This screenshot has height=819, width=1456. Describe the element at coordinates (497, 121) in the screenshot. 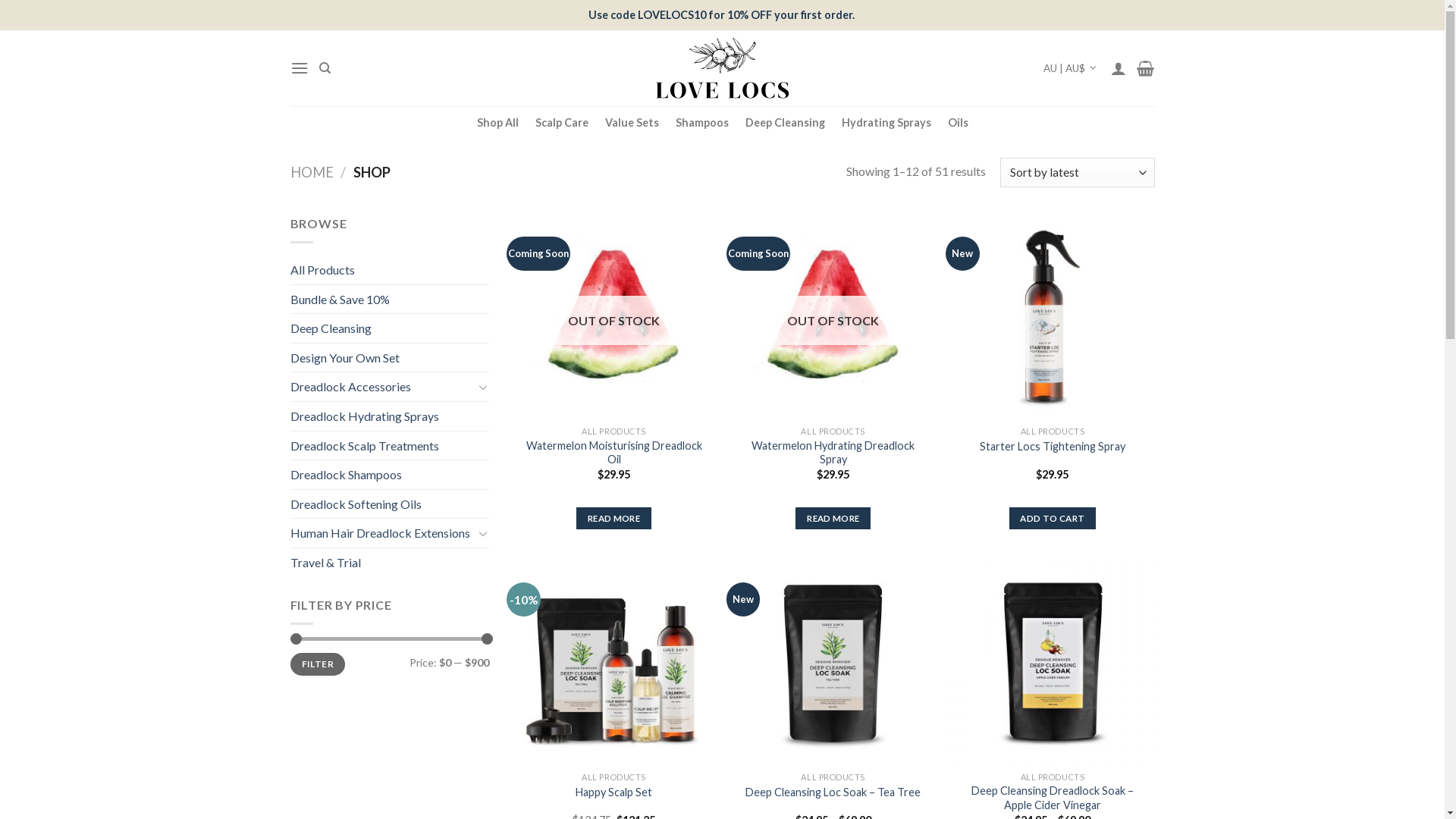

I see `'Shop All'` at that location.